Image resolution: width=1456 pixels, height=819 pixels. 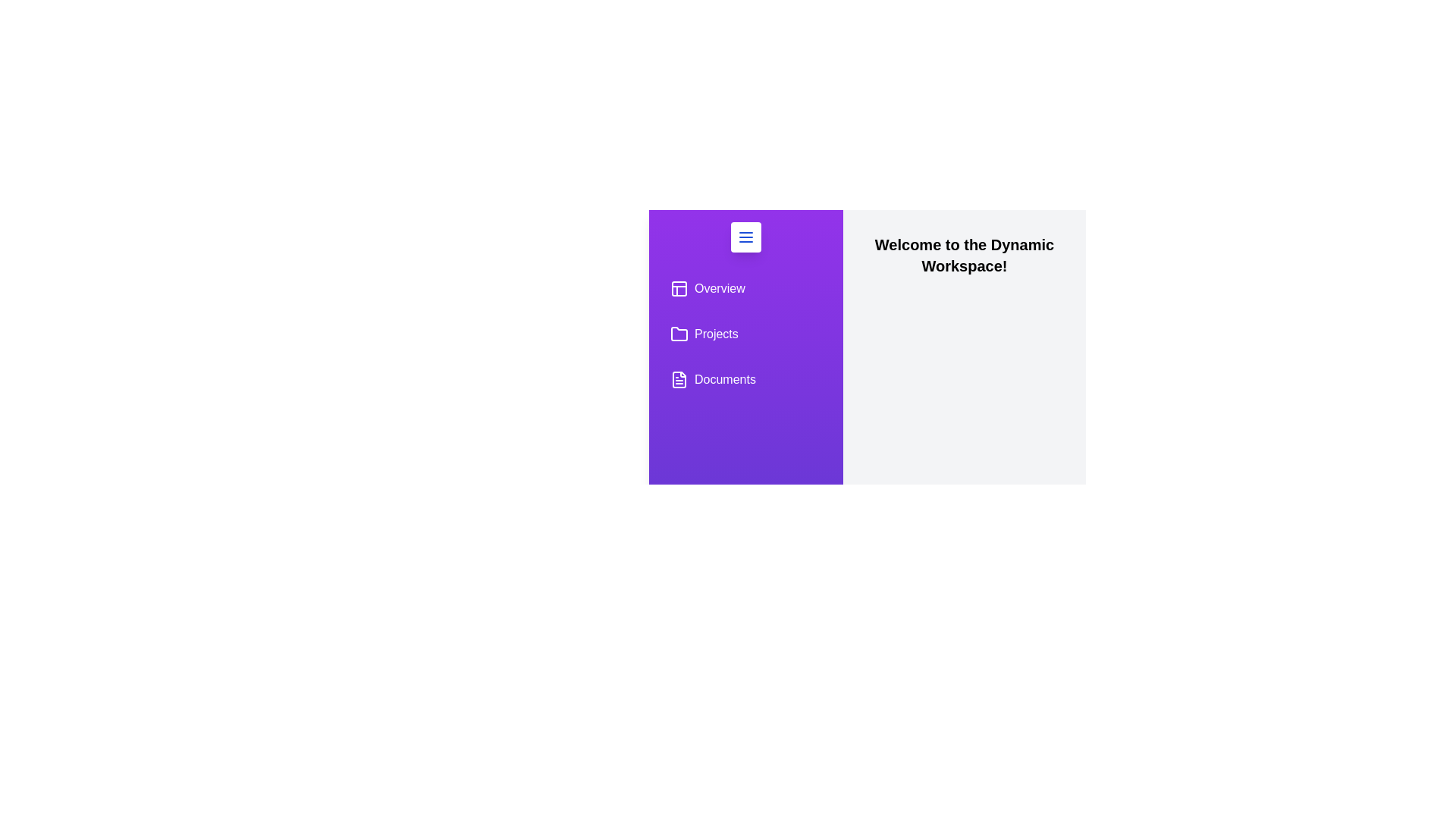 I want to click on the text 'Welcome to the Dynamic Workspace!' in the main content area, so click(x=867, y=234).